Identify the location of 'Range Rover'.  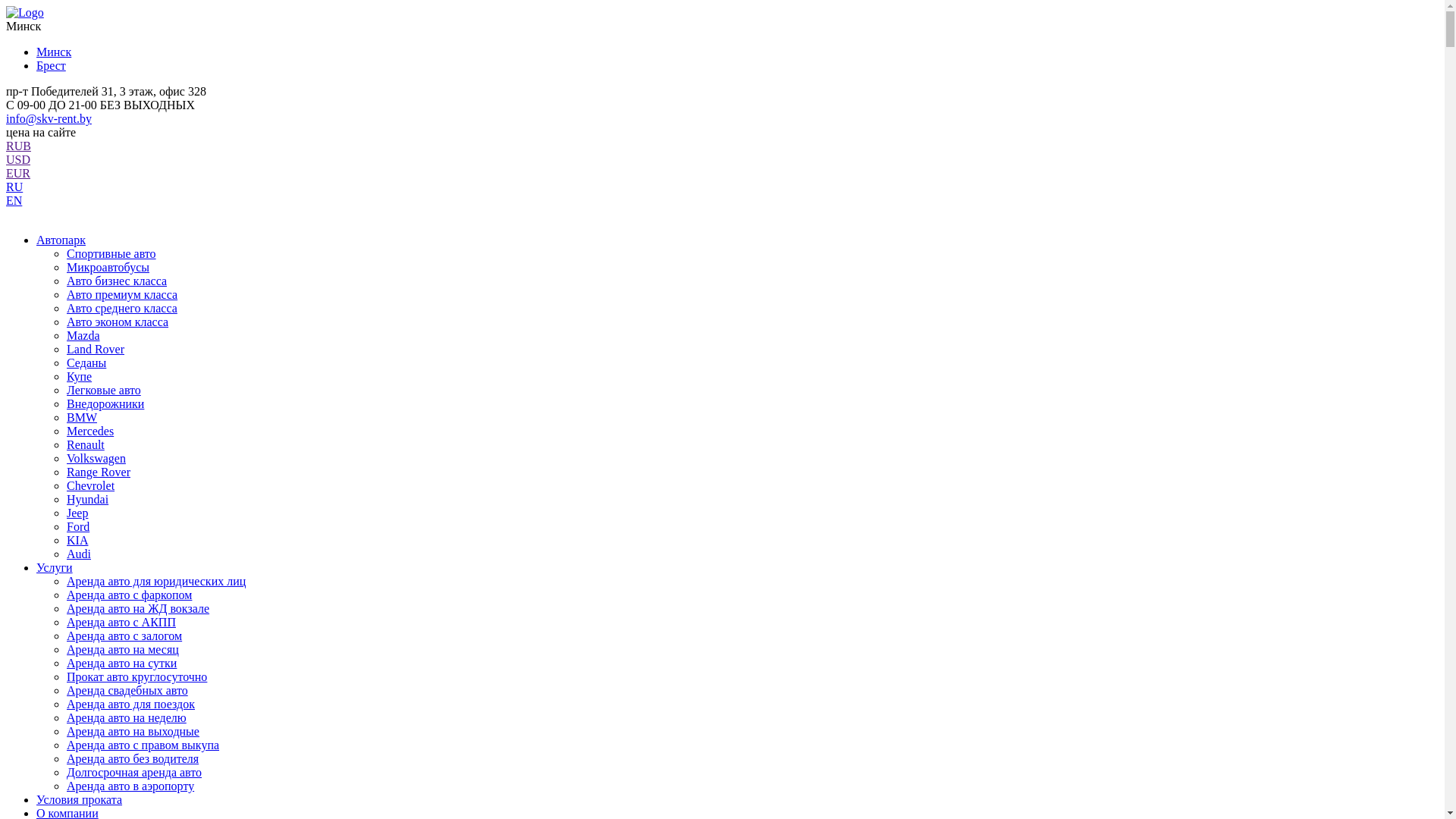
(65, 471).